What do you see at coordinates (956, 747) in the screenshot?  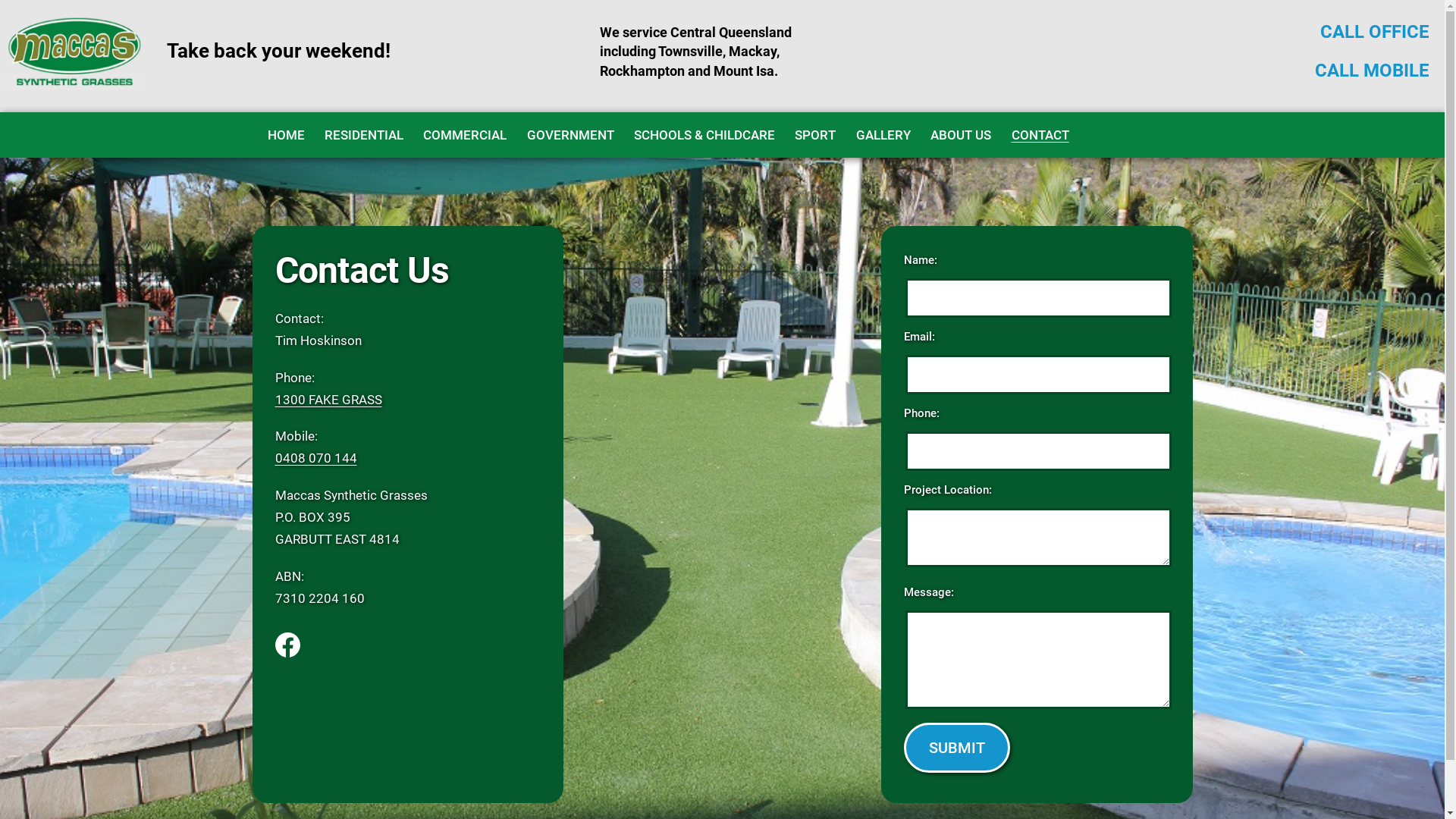 I see `'Submit'` at bounding box center [956, 747].